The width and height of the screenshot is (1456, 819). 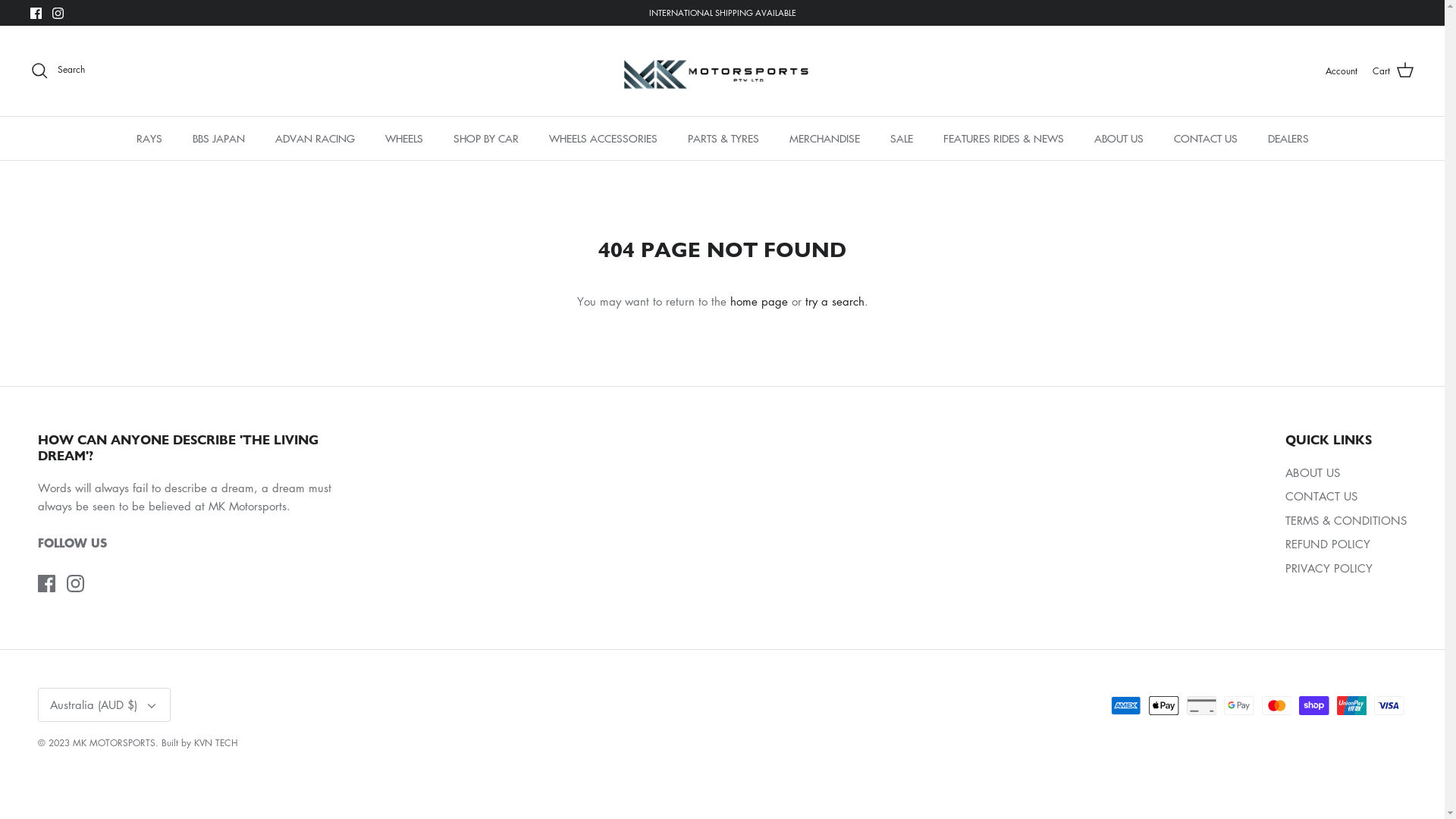 What do you see at coordinates (403, 138) in the screenshot?
I see `'WHEELS'` at bounding box center [403, 138].